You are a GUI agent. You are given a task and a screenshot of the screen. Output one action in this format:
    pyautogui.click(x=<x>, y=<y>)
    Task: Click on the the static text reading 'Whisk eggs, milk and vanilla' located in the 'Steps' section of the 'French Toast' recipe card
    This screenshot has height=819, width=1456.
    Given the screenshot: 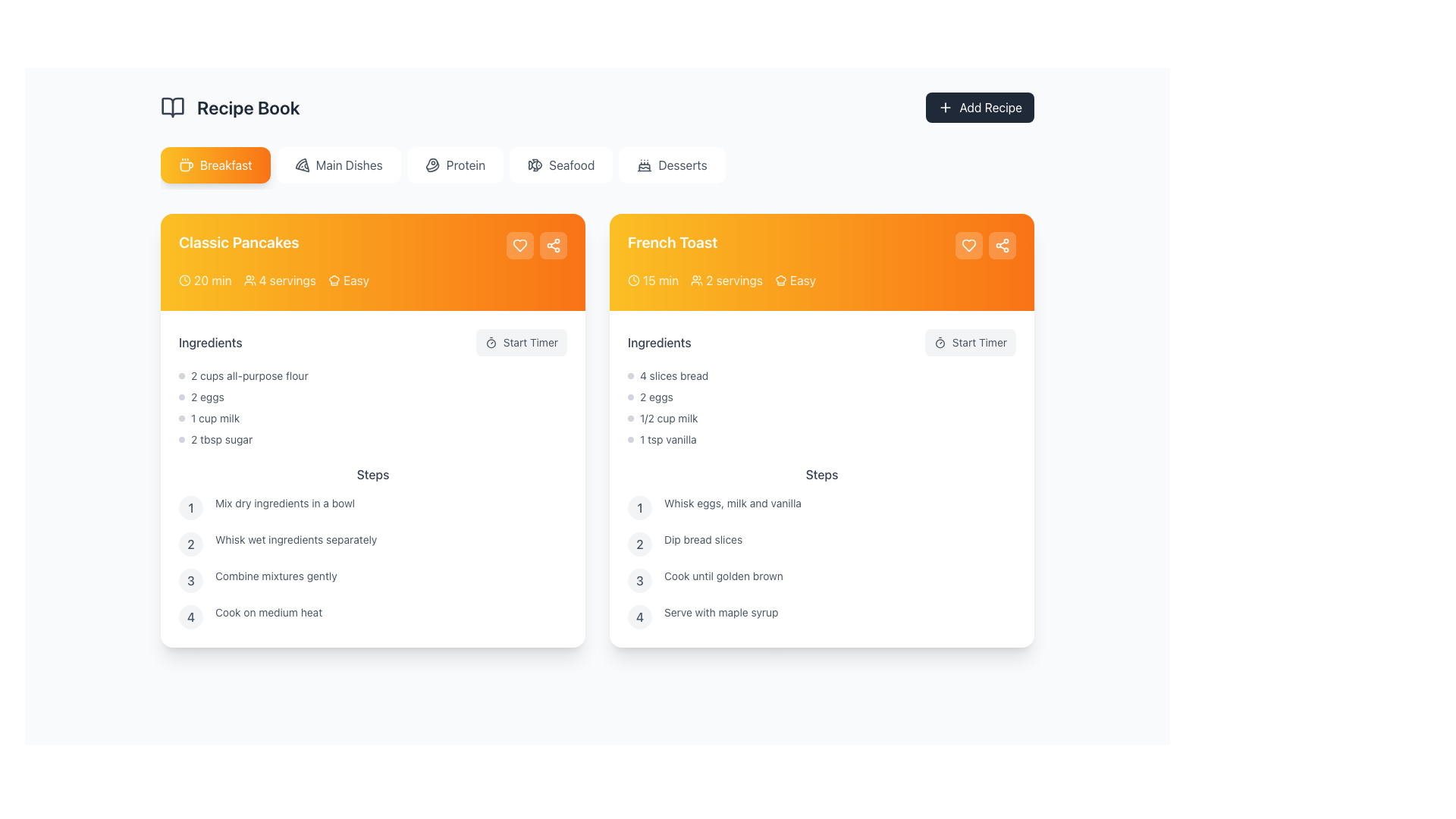 What is the action you would take?
    pyautogui.click(x=733, y=508)
    